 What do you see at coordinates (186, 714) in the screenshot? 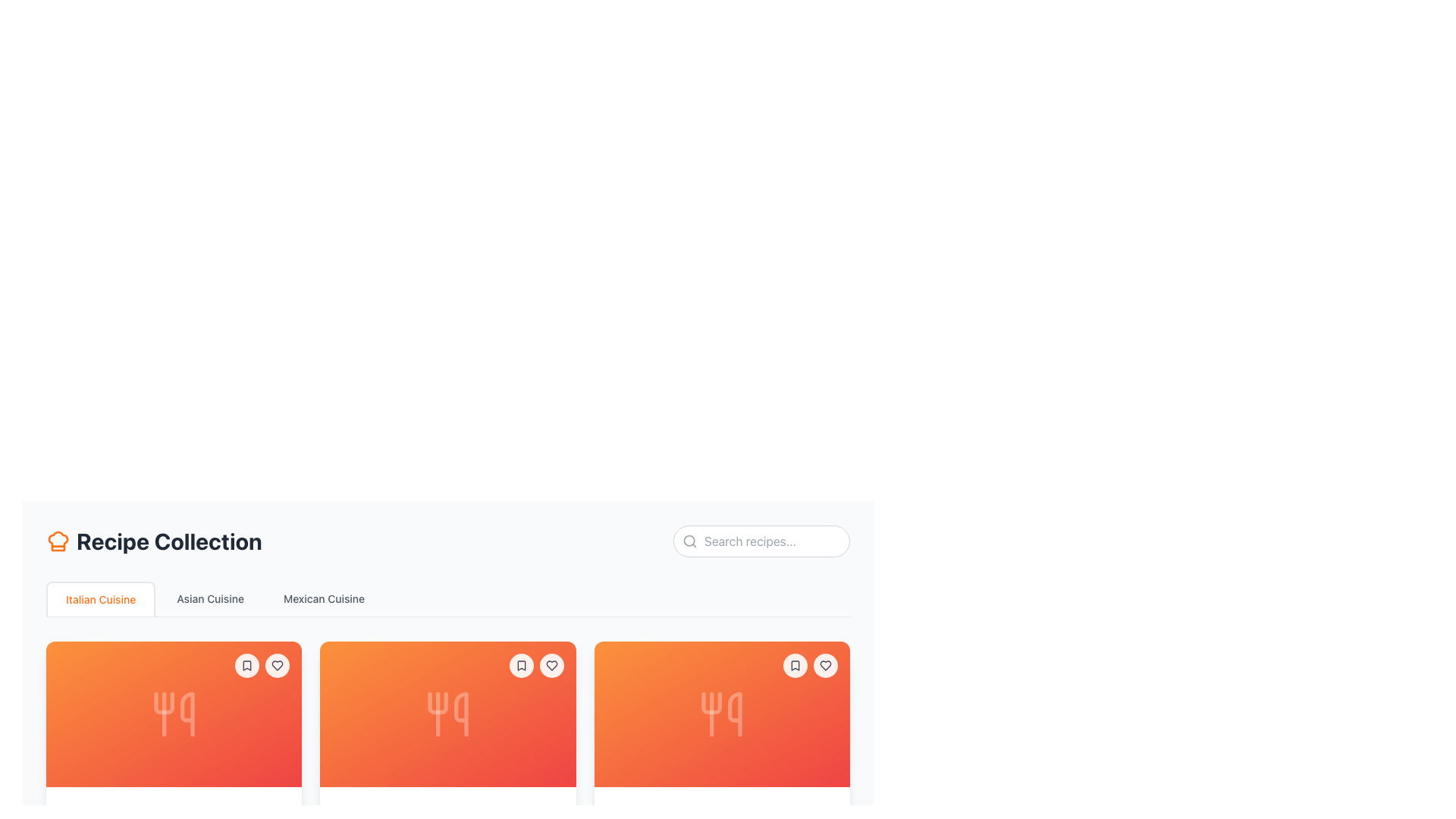
I see `the rightmost part of the cutlery icon, which resembles the handle of a fork or spoon, located slightly left of center within the leftmost card of a series of horizontal cards` at bounding box center [186, 714].